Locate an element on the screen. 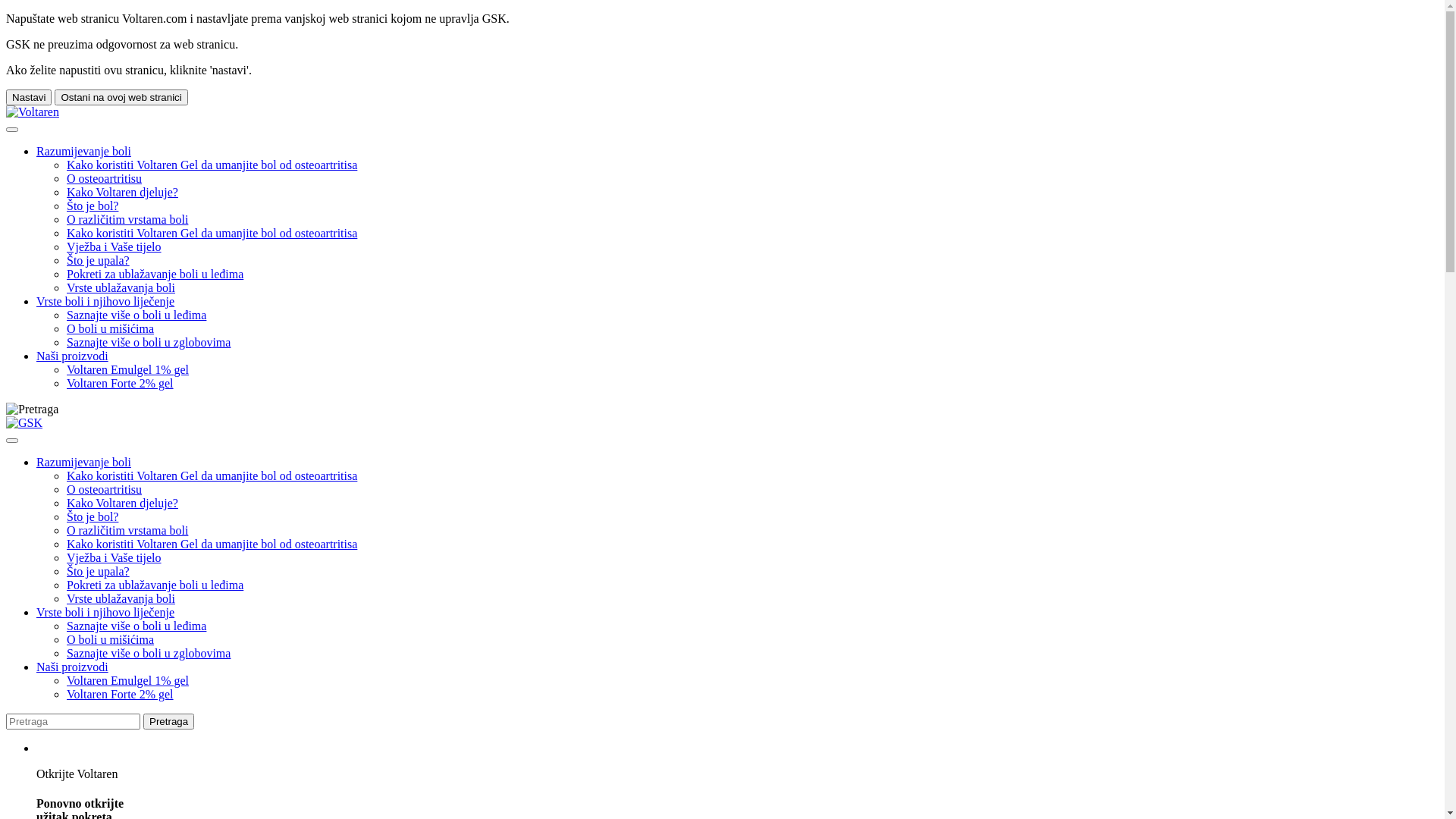  'Pretraga' is located at coordinates (168, 720).